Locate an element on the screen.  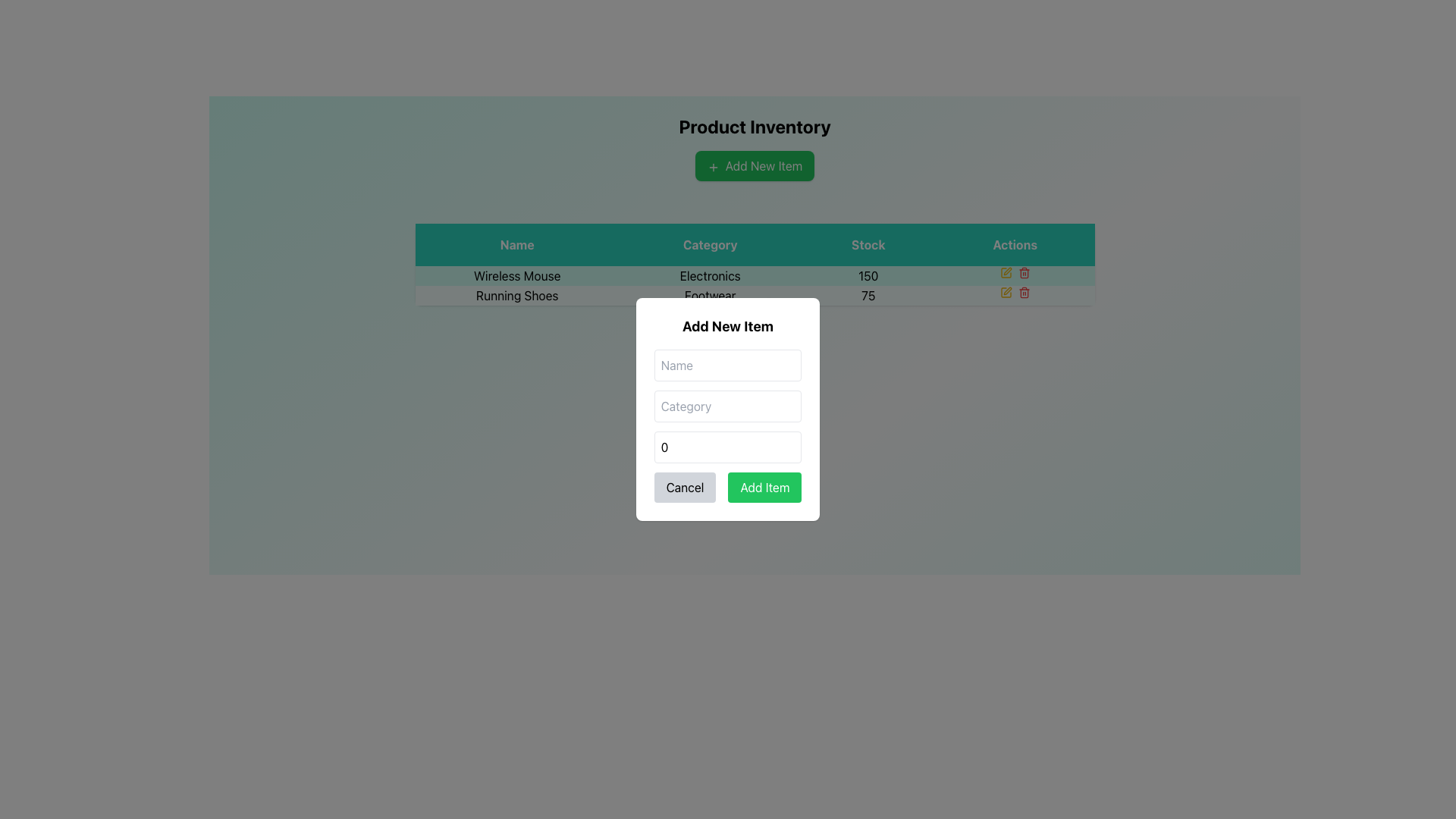
the edit button located in the first row of the table in the 'Actions' column is located at coordinates (1006, 271).